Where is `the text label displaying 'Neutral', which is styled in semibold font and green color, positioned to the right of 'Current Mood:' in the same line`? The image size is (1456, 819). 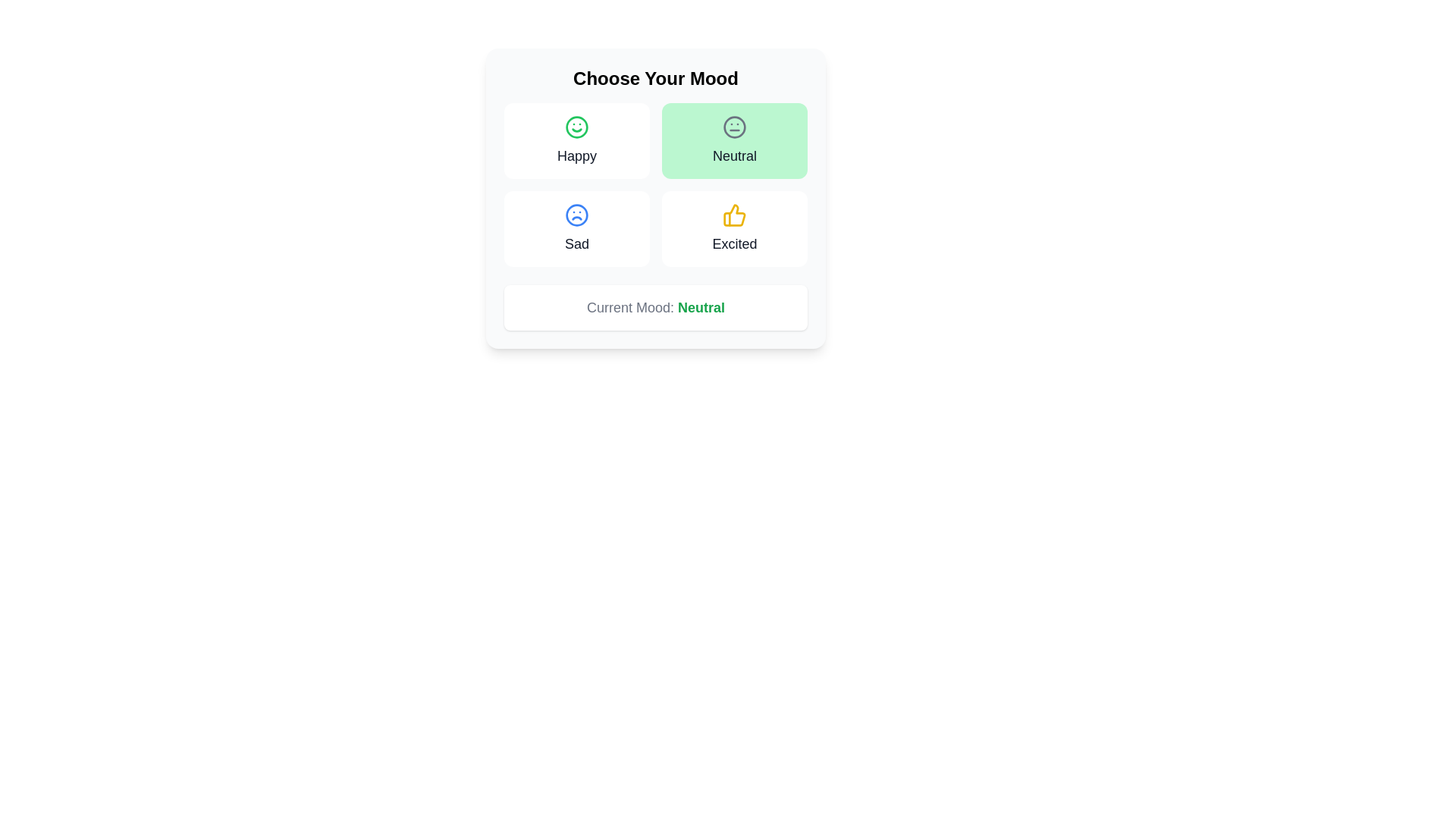
the text label displaying 'Neutral', which is styled in semibold font and green color, positioned to the right of 'Current Mood:' in the same line is located at coordinates (701, 307).